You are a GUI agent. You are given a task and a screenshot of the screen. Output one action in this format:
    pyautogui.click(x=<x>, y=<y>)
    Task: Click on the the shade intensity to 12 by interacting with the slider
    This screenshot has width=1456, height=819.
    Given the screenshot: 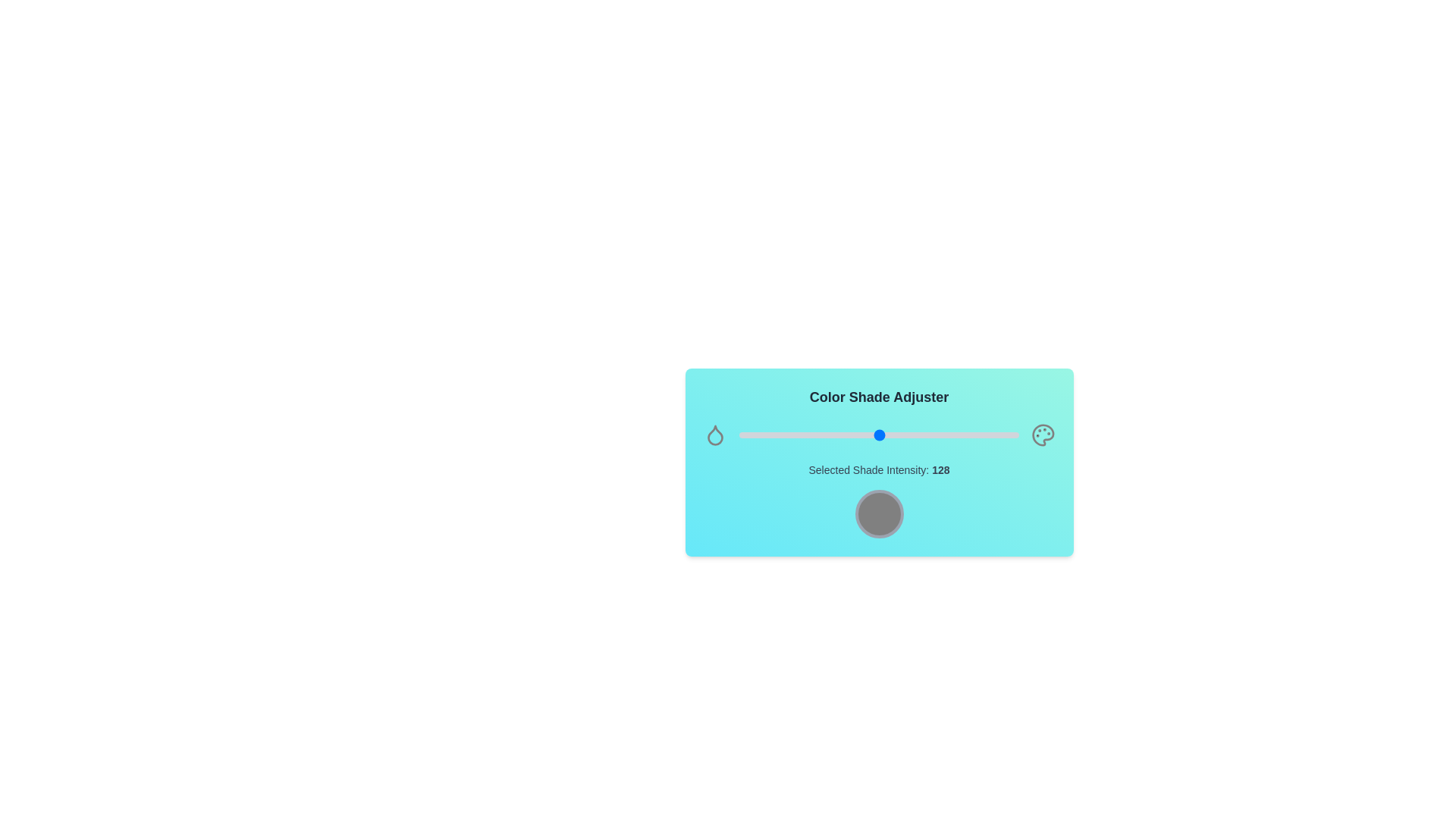 What is the action you would take?
    pyautogui.click(x=752, y=435)
    